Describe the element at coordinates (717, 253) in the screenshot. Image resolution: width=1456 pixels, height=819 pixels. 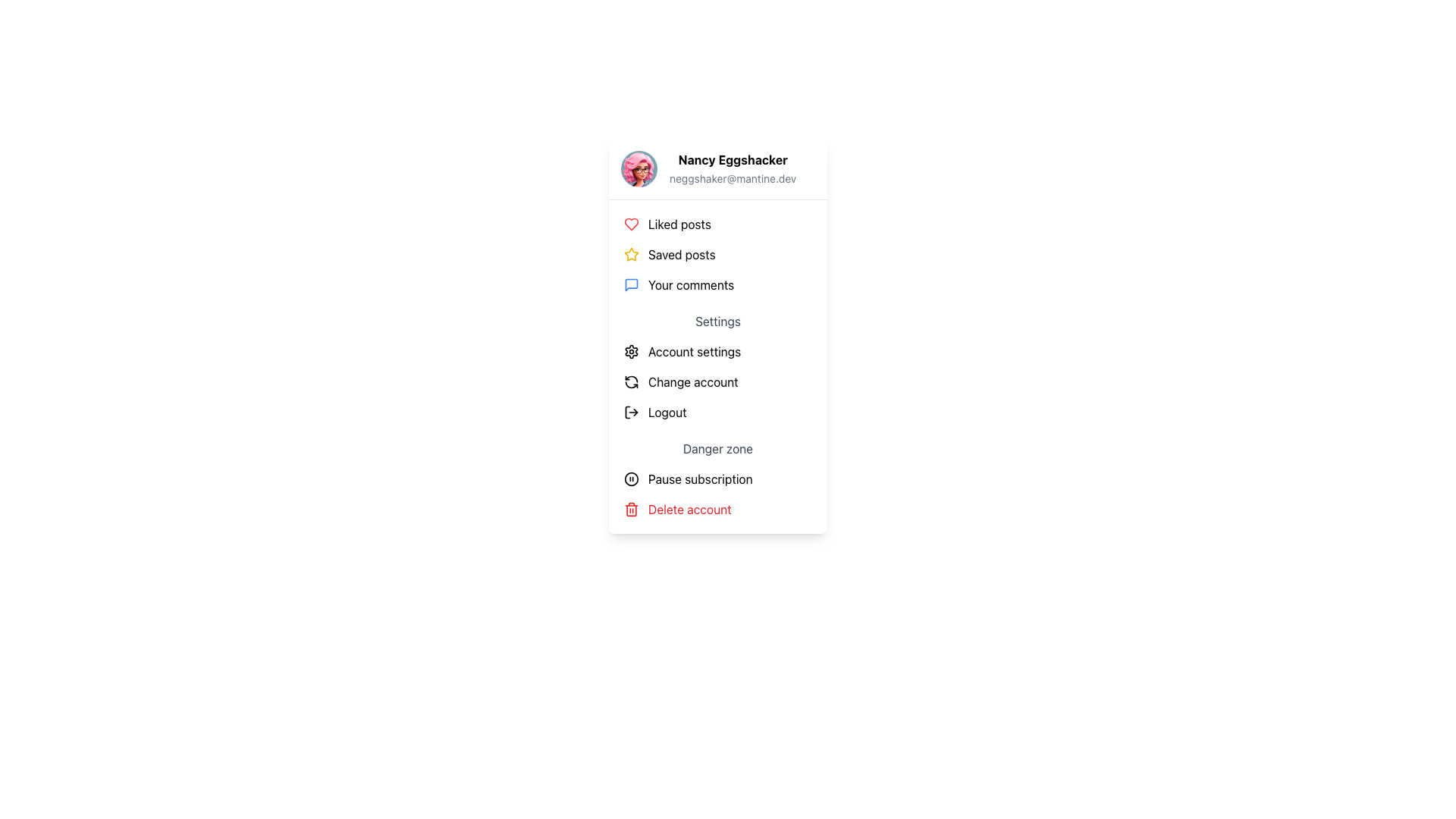
I see `the second menu option for accessing saved posts, located under the user profile section` at that location.